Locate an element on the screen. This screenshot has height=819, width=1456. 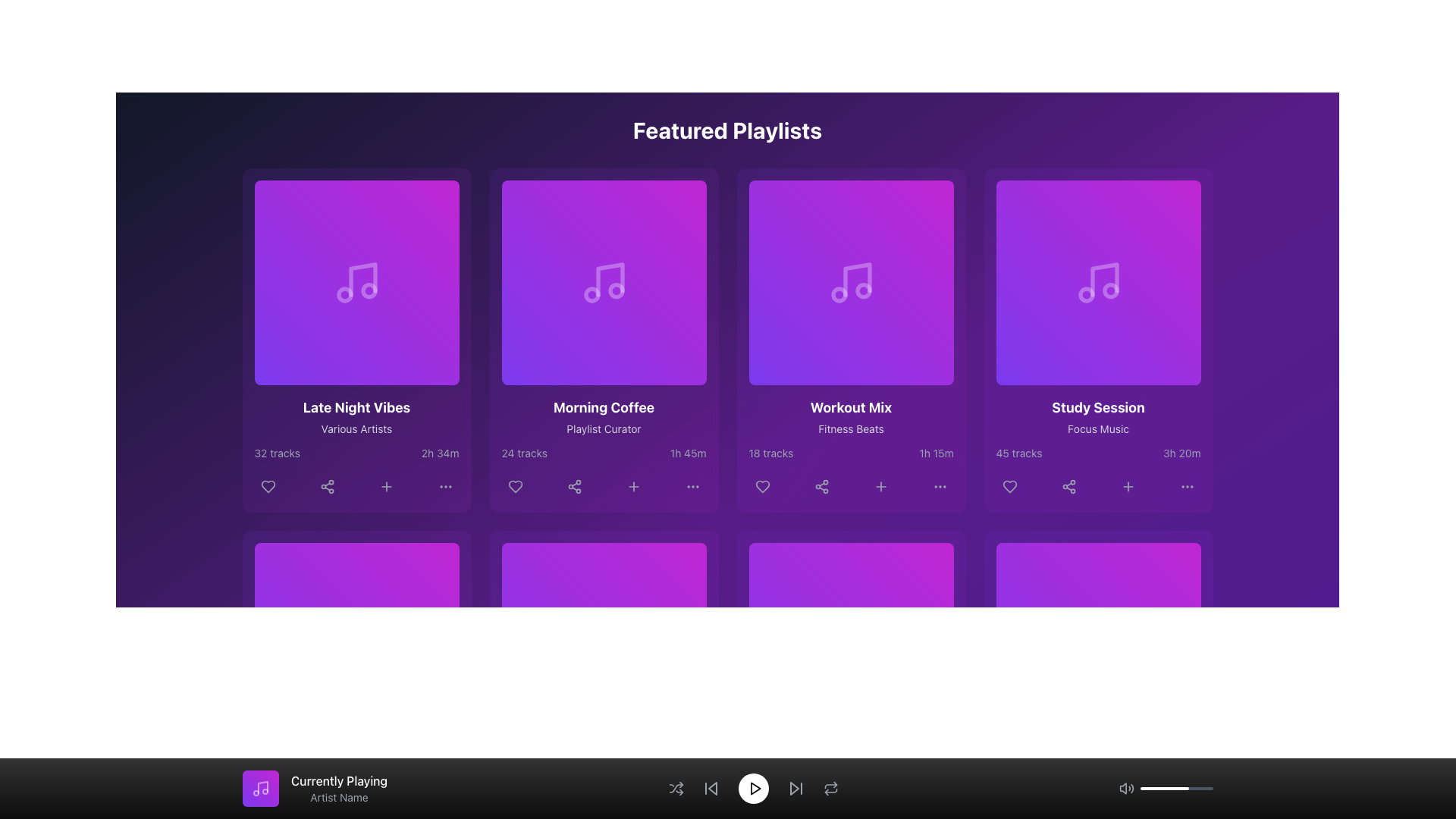
the button consisting of three light gray dots on a purple background in the bottom-right corner of the 'Study Session' card to observe the color change effect is located at coordinates (1186, 486).